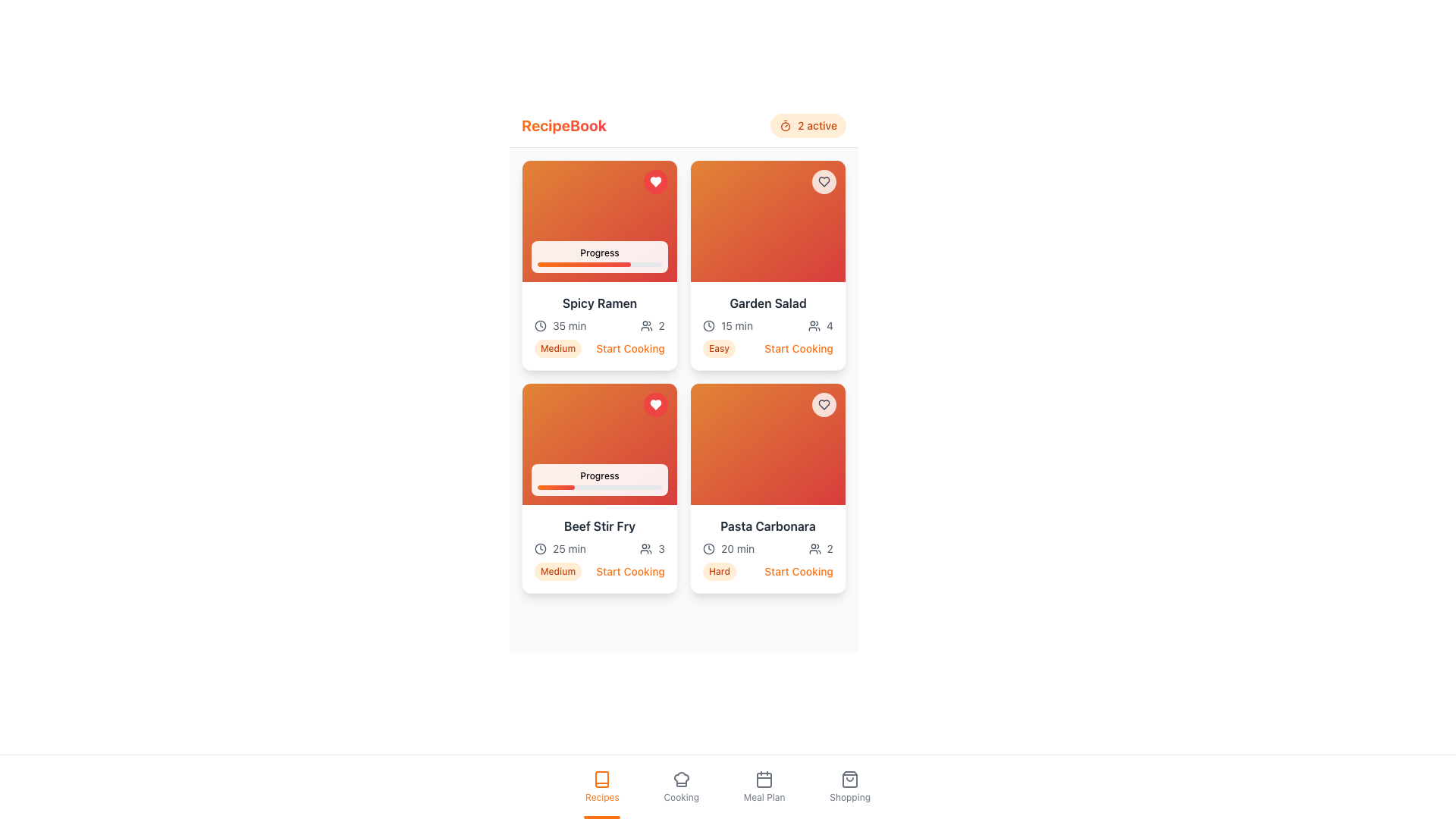 This screenshot has height=819, width=1456. I want to click on the text and icon pairing that features a minimalist clock icon and the text '15 min', located in the lower-left region of the second card in the grid layout, so click(728, 325).